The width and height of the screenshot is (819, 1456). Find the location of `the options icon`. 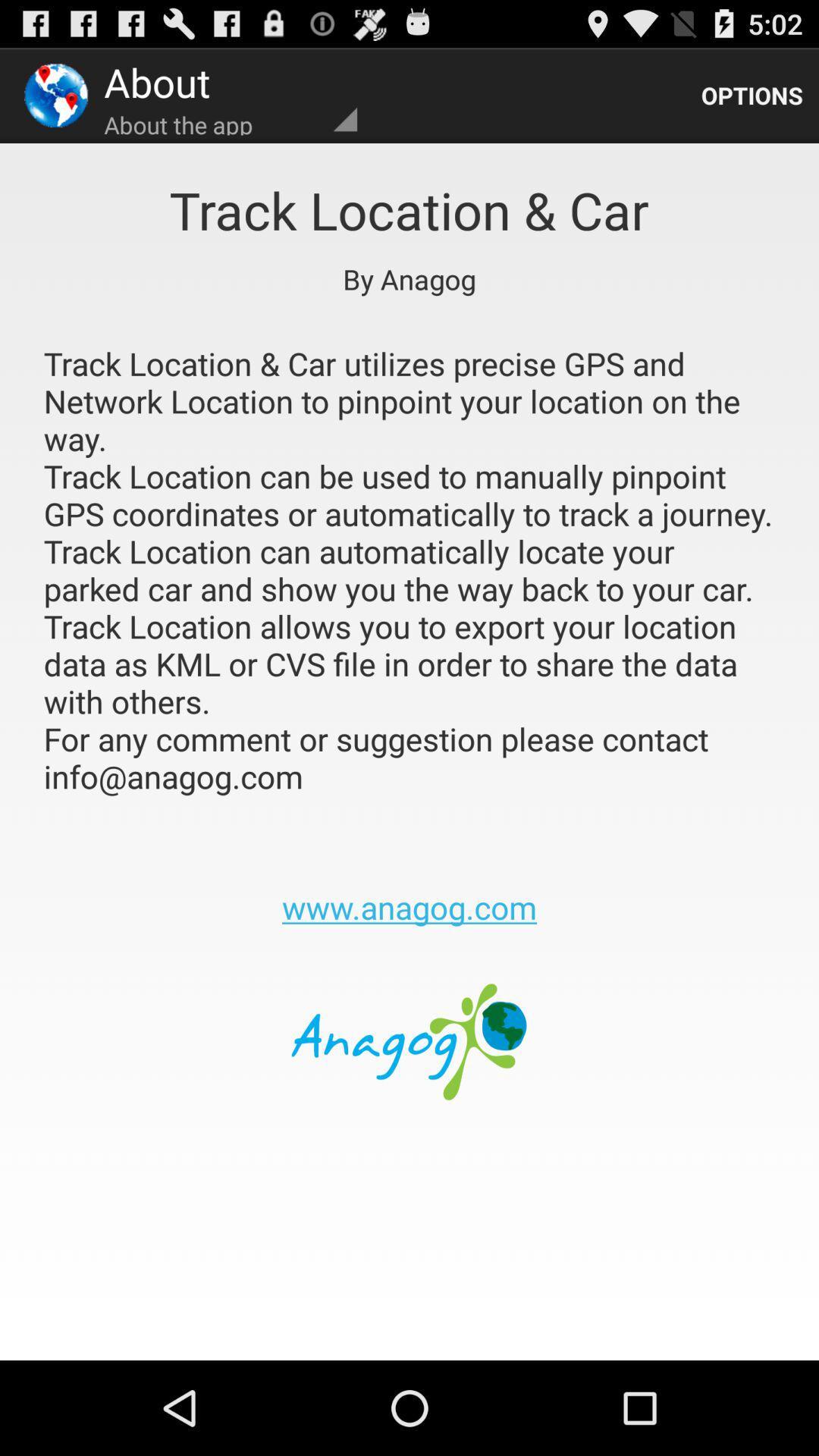

the options icon is located at coordinates (752, 94).